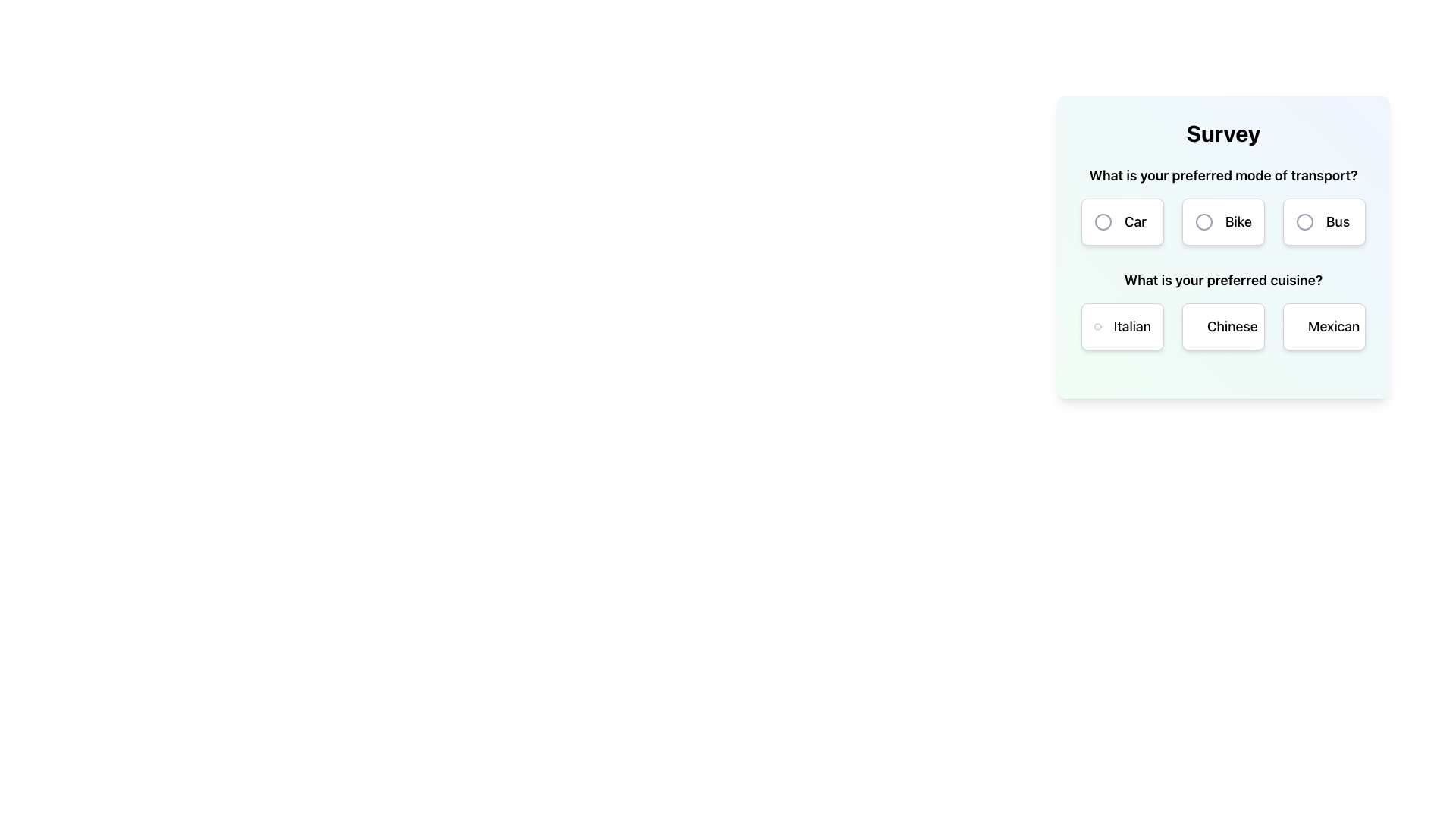 The image size is (1456, 819). I want to click on the circular selector for 'Mexican' cuisine option in the survey to receive interaction feedback, so click(1304, 326).